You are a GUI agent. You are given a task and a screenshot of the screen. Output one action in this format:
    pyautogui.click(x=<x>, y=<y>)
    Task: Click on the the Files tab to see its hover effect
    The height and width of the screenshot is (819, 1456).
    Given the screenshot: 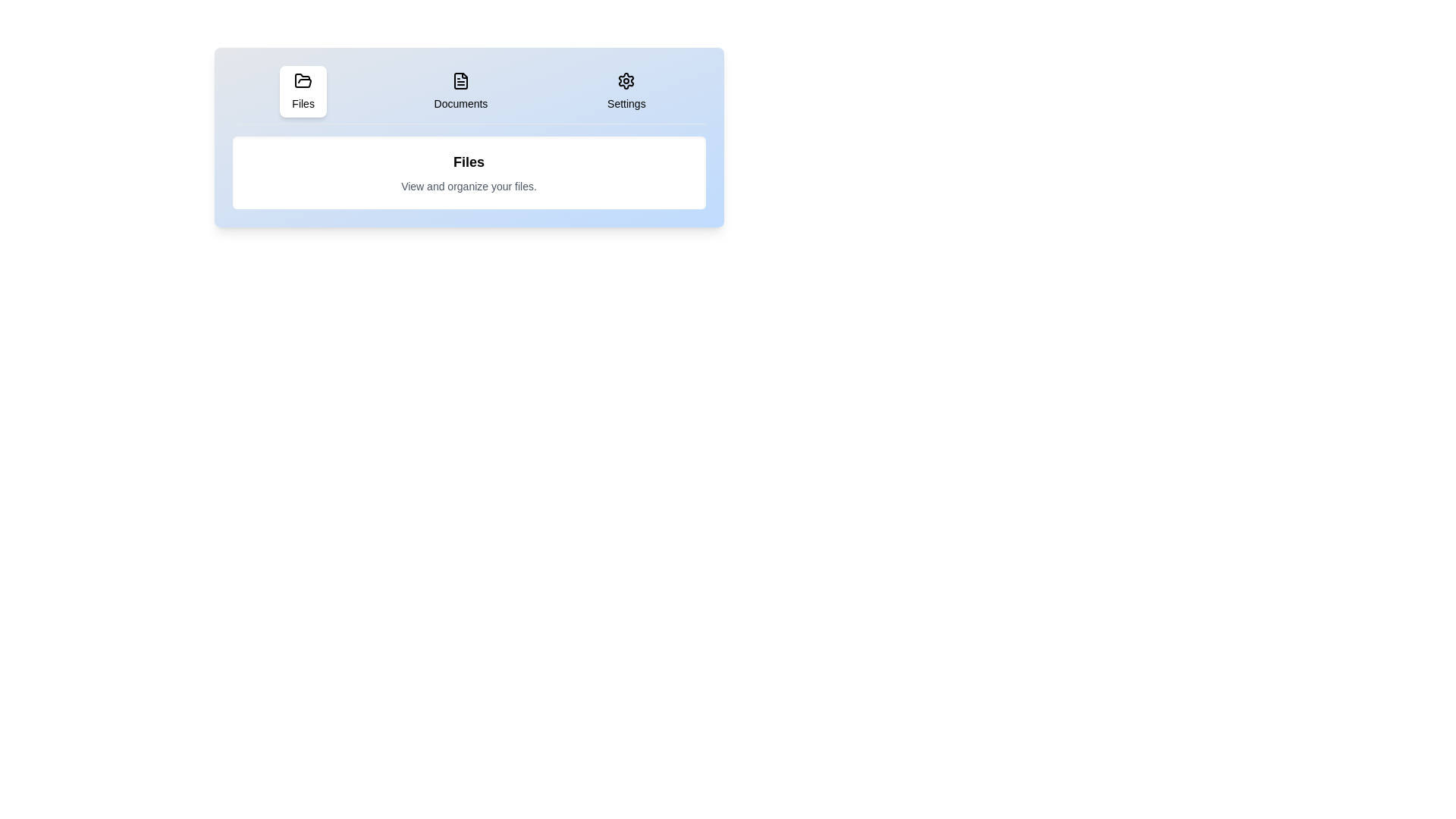 What is the action you would take?
    pyautogui.click(x=303, y=91)
    